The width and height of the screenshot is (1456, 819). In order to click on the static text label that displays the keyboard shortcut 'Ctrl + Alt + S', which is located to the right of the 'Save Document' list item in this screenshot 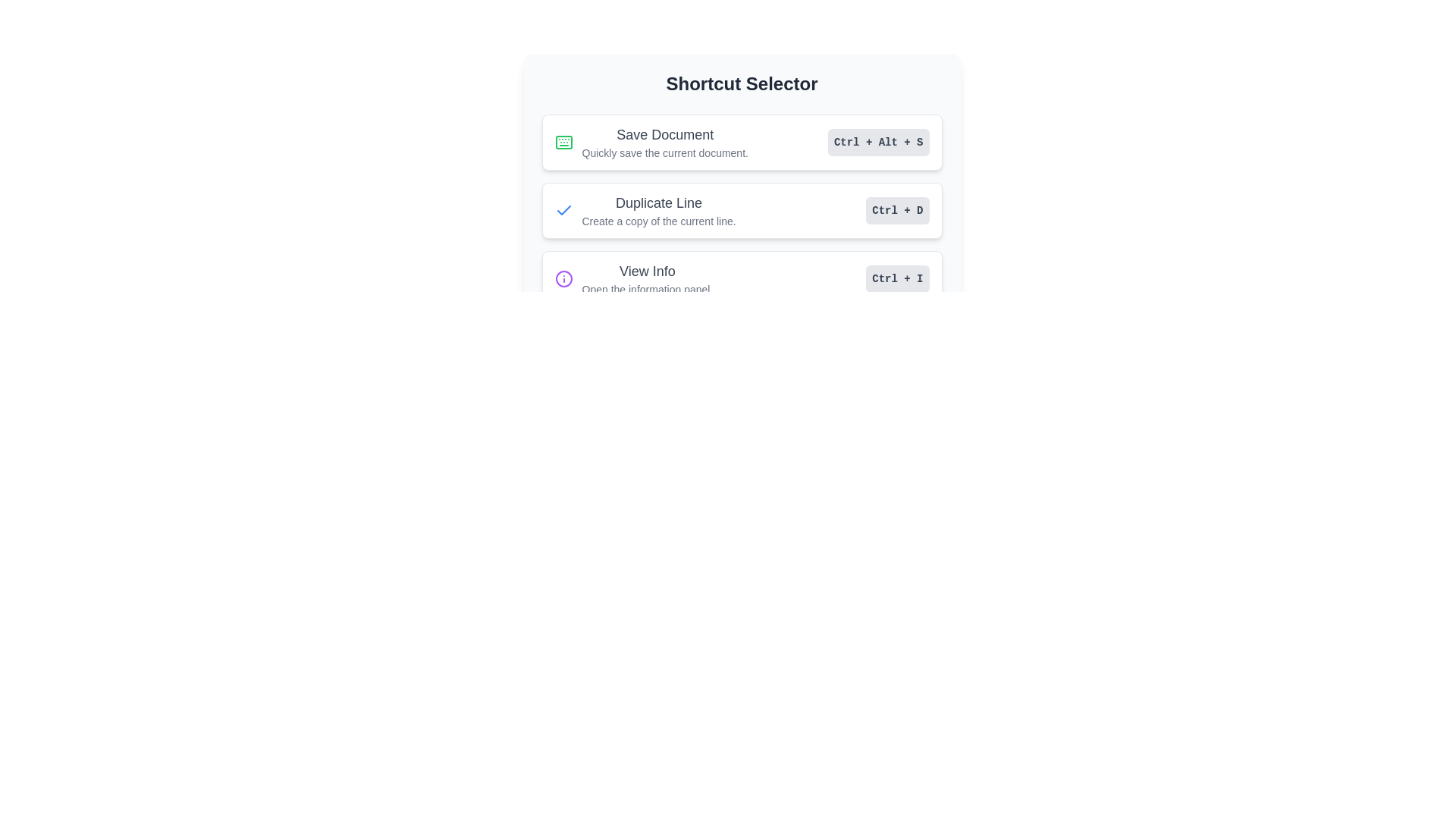, I will do `click(878, 143)`.